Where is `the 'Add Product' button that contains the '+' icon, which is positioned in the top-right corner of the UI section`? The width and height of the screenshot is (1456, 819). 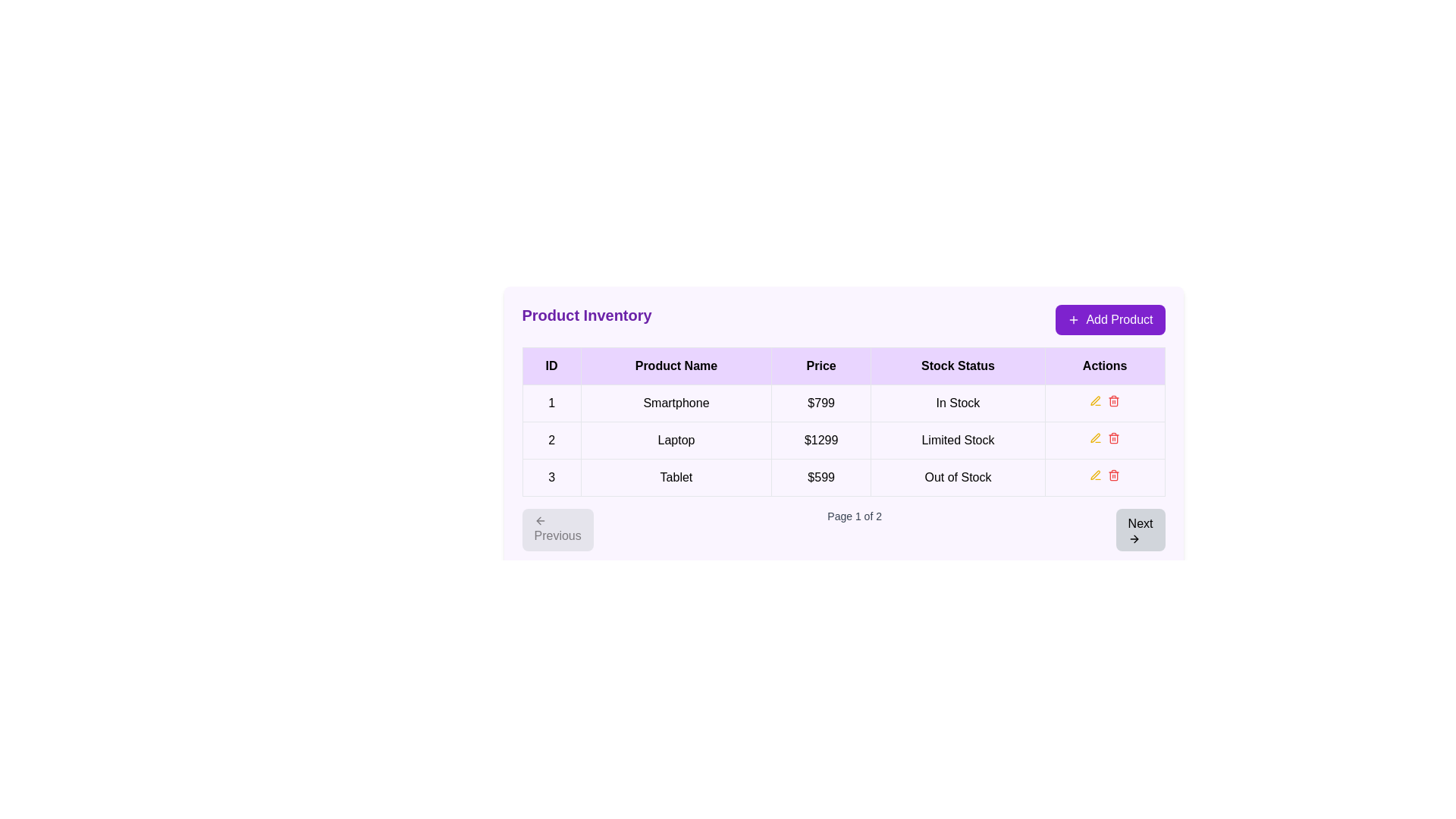
the 'Add Product' button that contains the '+' icon, which is positioned in the top-right corner of the UI section is located at coordinates (1073, 318).